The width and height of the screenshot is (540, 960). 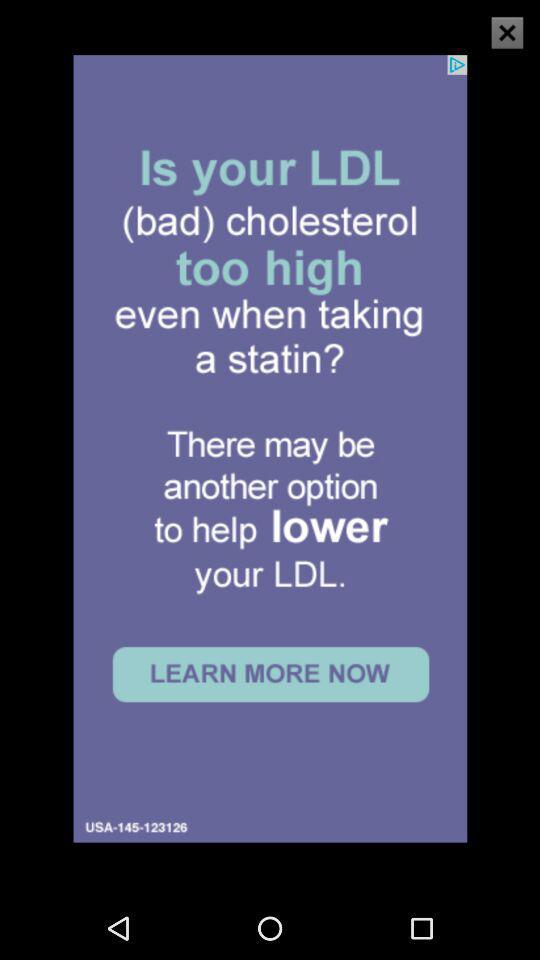 What do you see at coordinates (507, 34) in the screenshot?
I see `the close icon` at bounding box center [507, 34].